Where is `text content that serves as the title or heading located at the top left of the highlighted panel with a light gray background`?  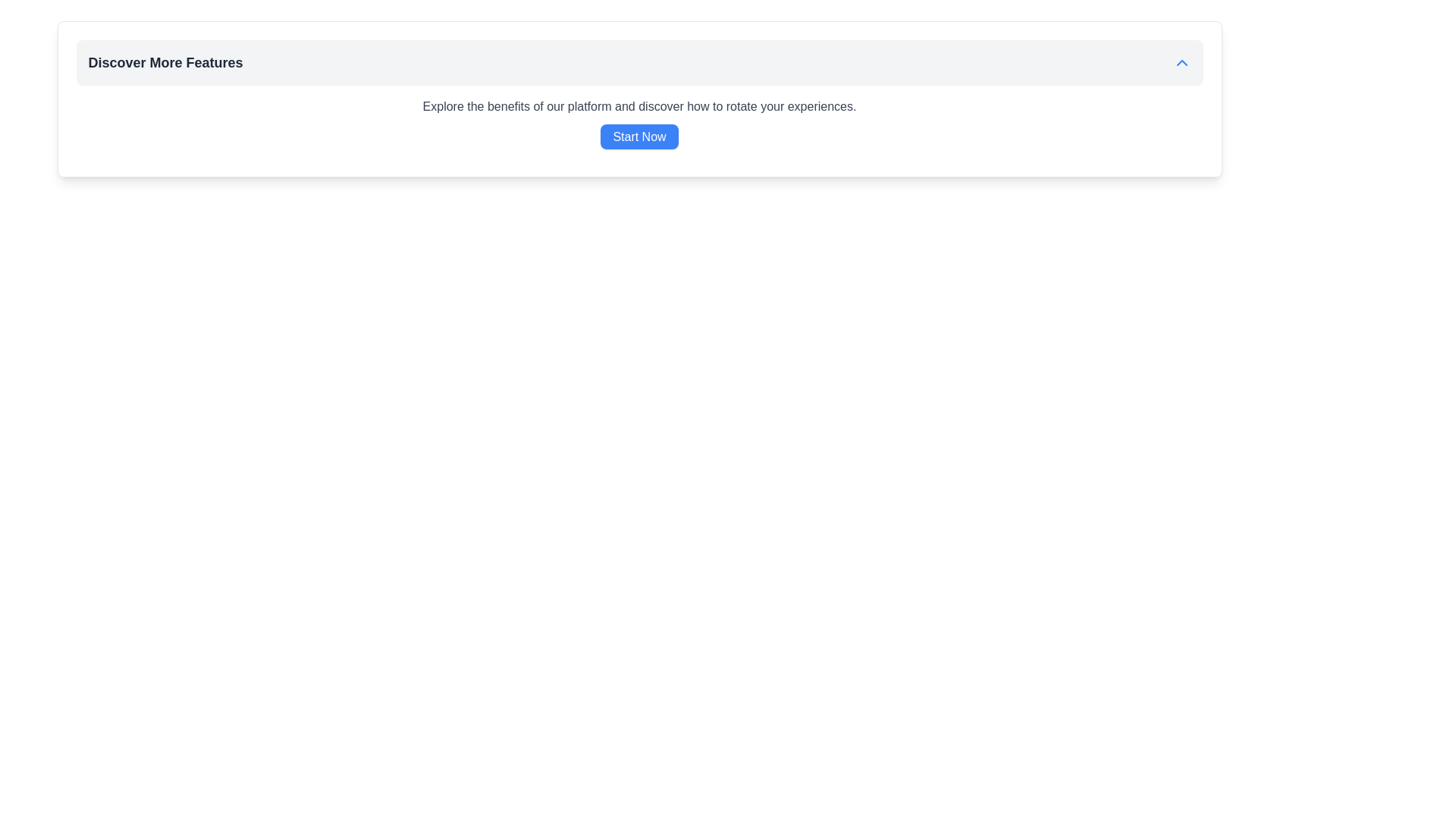
text content that serves as the title or heading located at the top left of the highlighted panel with a light gray background is located at coordinates (165, 62).